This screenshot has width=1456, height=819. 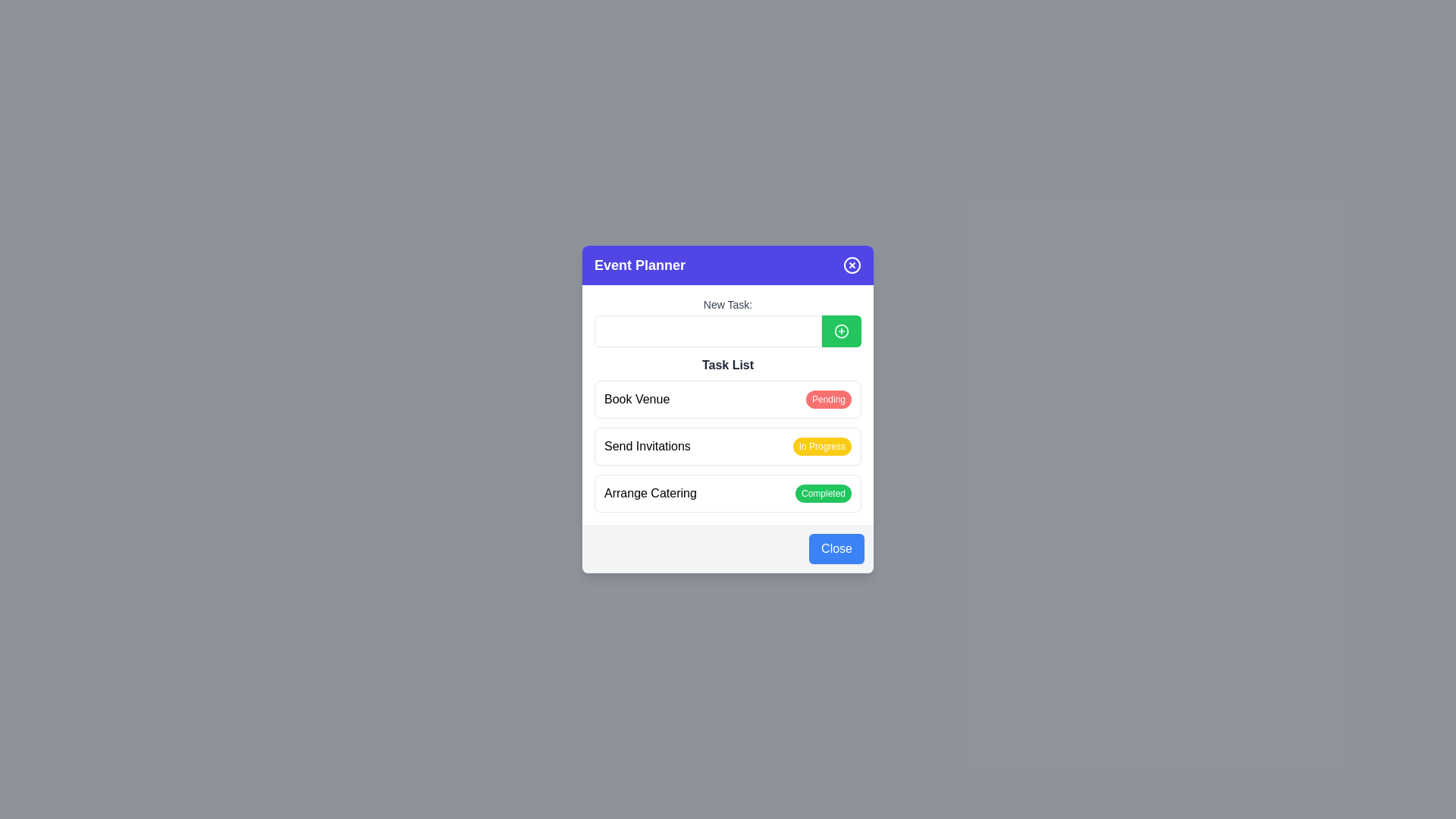 I want to click on the small badge-shaped component with a green background and white text reading 'Completed', located to the right of the 'Arrange Catering' text within the task list section of the dialog box, so click(x=822, y=494).